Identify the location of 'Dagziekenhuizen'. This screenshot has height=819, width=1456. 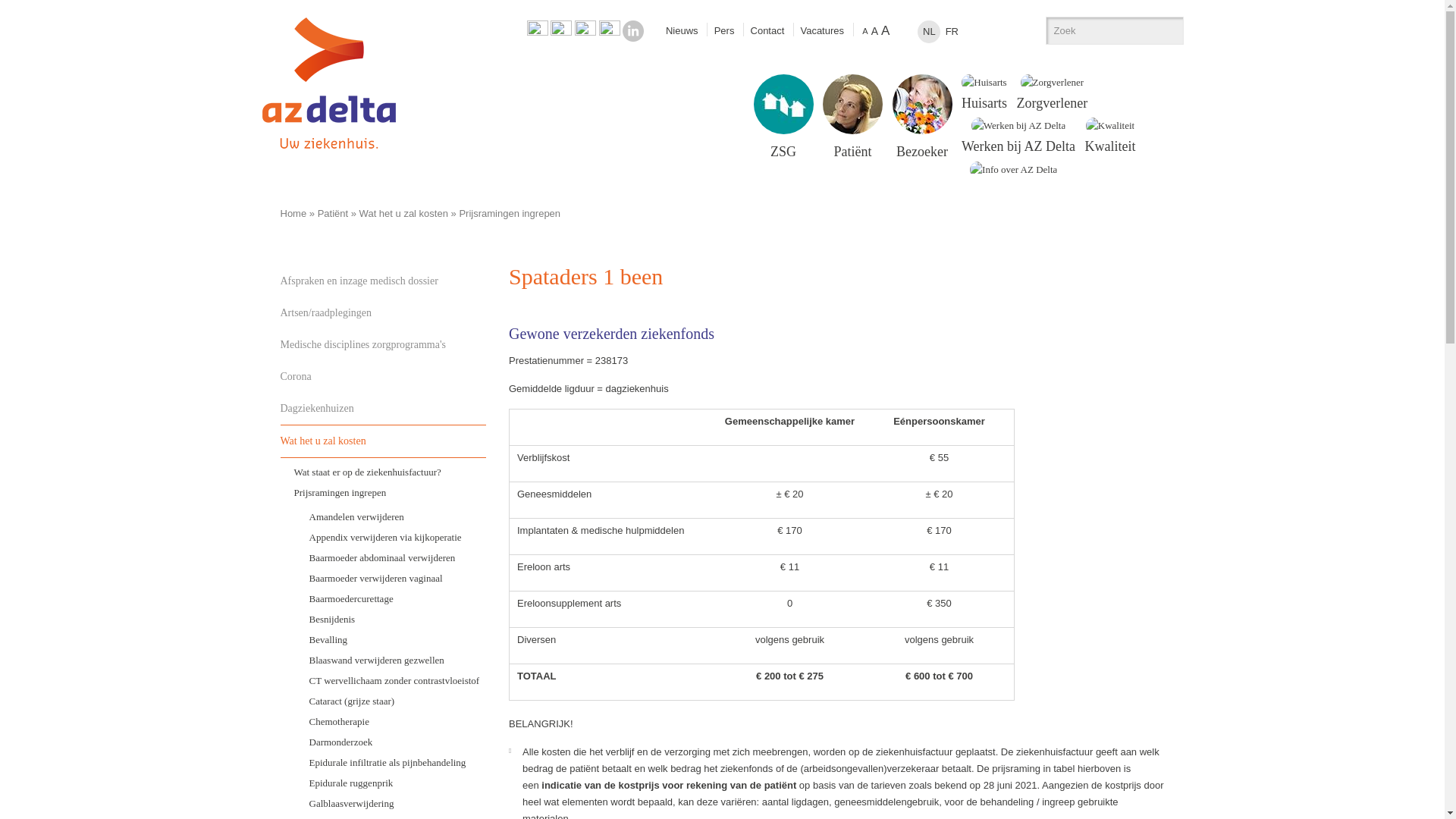
(383, 408).